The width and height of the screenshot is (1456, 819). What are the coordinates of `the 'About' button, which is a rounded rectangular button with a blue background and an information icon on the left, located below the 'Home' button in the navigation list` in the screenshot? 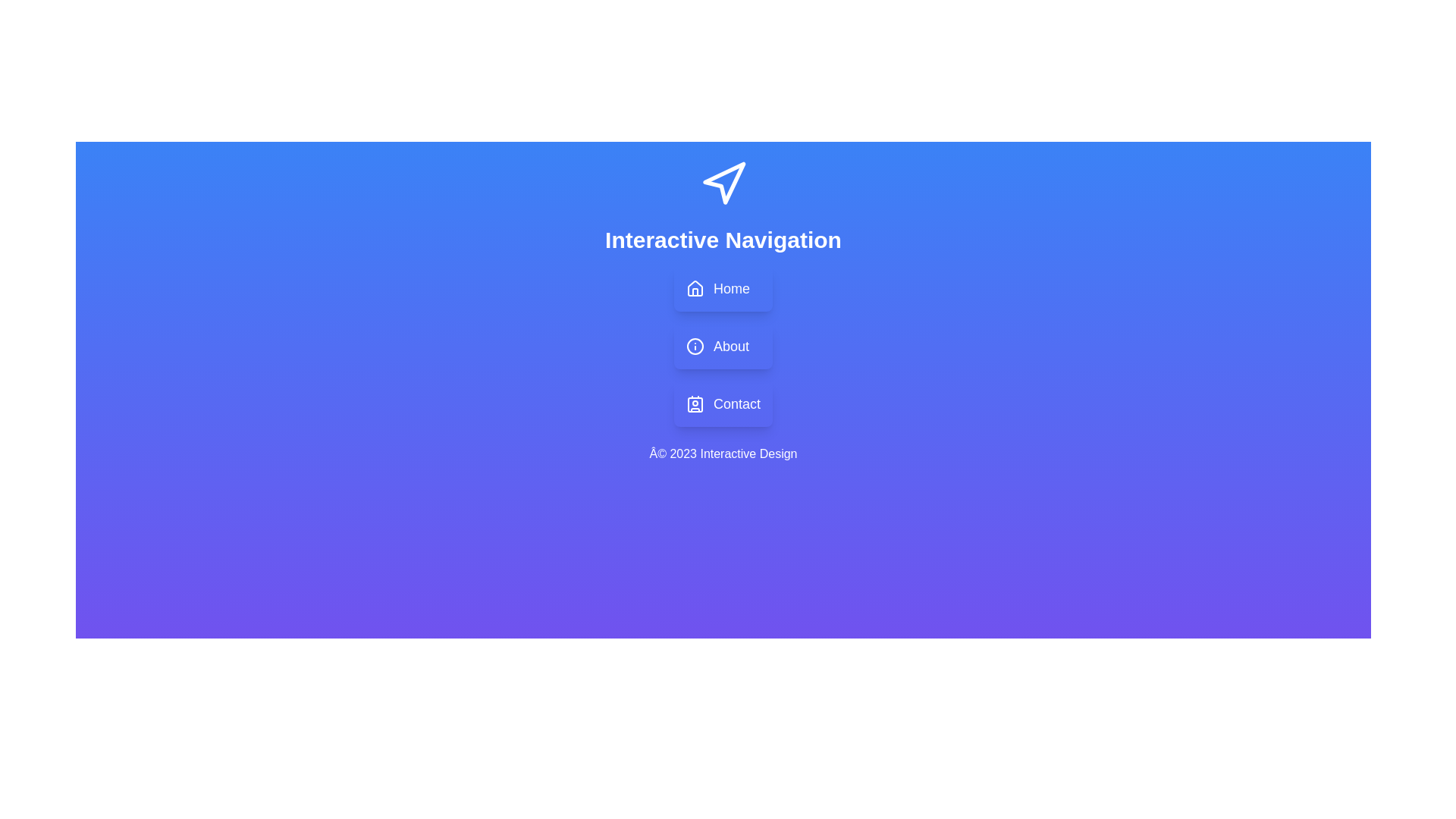 It's located at (723, 346).